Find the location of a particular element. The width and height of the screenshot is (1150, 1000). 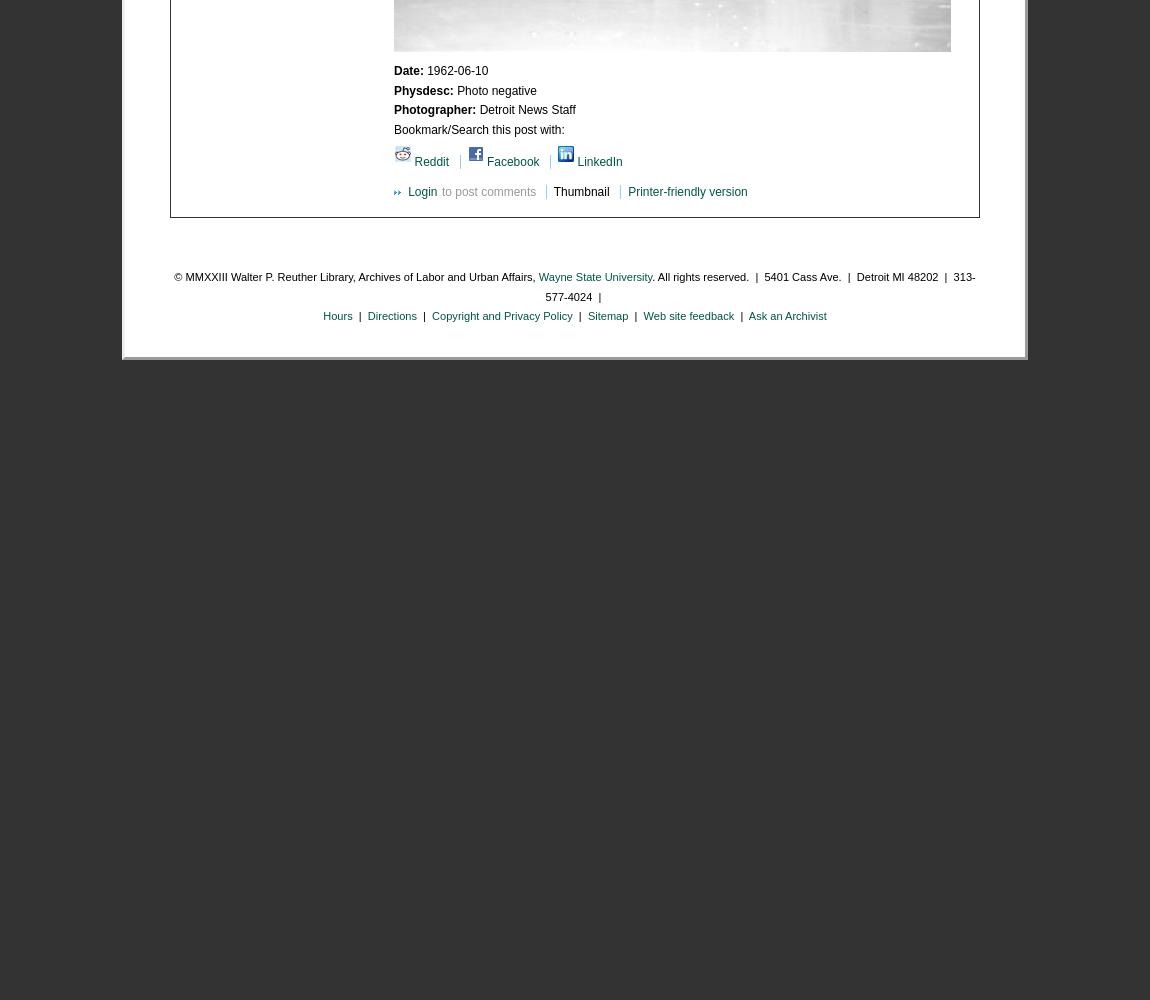

'to post comments' is located at coordinates (487, 190).